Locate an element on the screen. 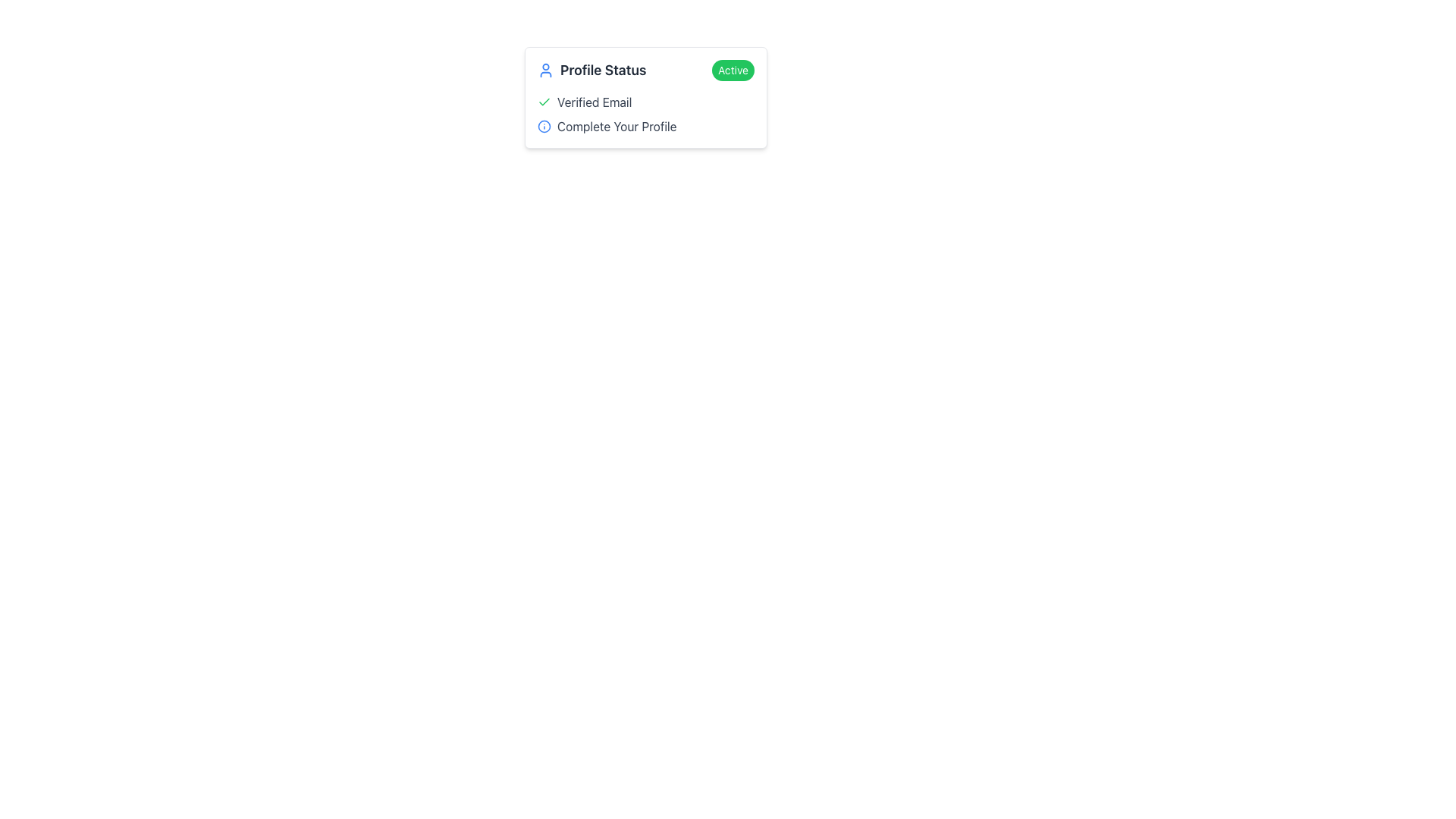 Image resolution: width=1456 pixels, height=819 pixels. the text label indicating the user's profile status, which is located to the right of the user icon and aligns vertically centered with it is located at coordinates (602, 70).